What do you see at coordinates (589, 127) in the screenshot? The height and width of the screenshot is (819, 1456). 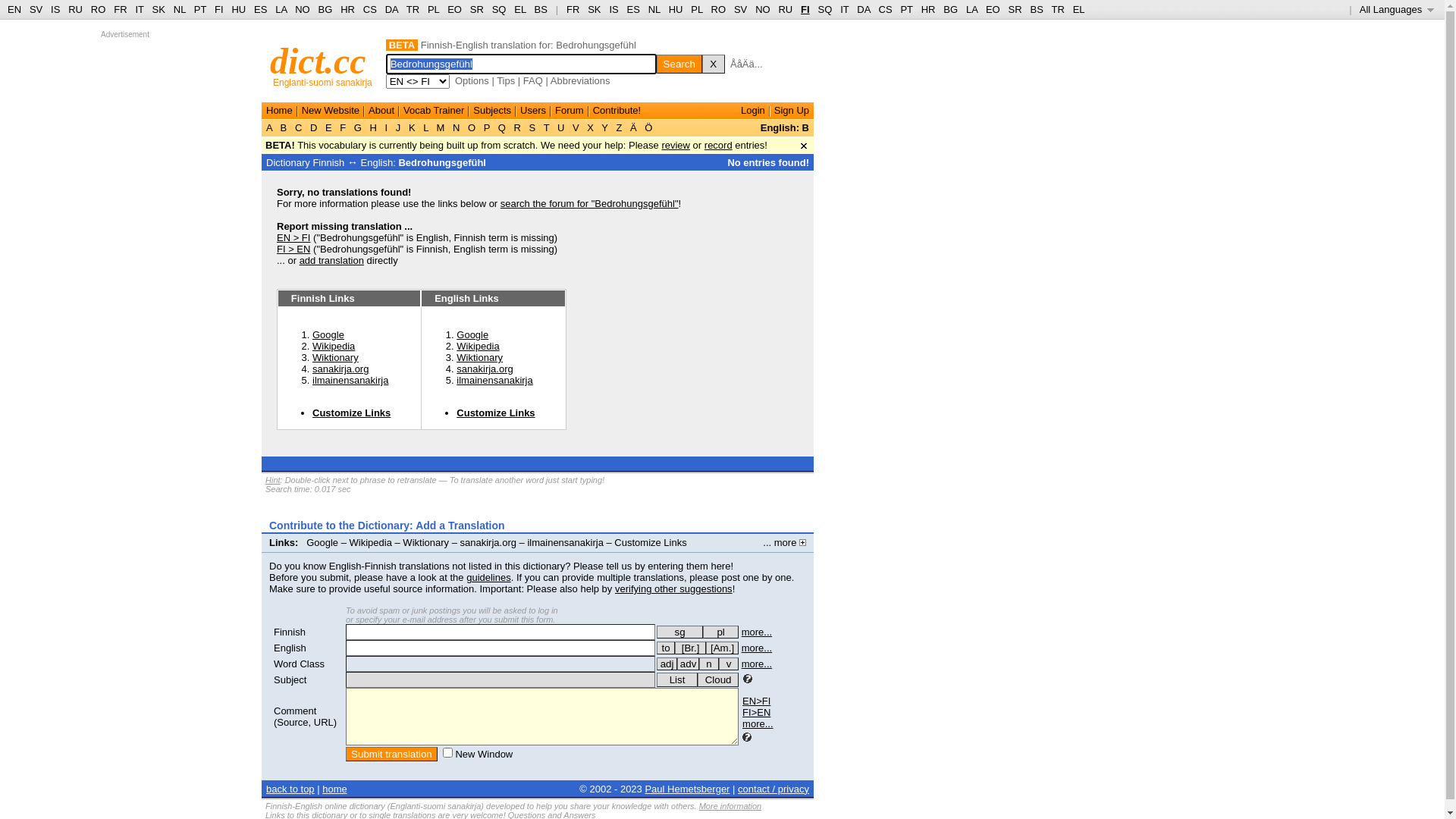 I see `'X'` at bounding box center [589, 127].